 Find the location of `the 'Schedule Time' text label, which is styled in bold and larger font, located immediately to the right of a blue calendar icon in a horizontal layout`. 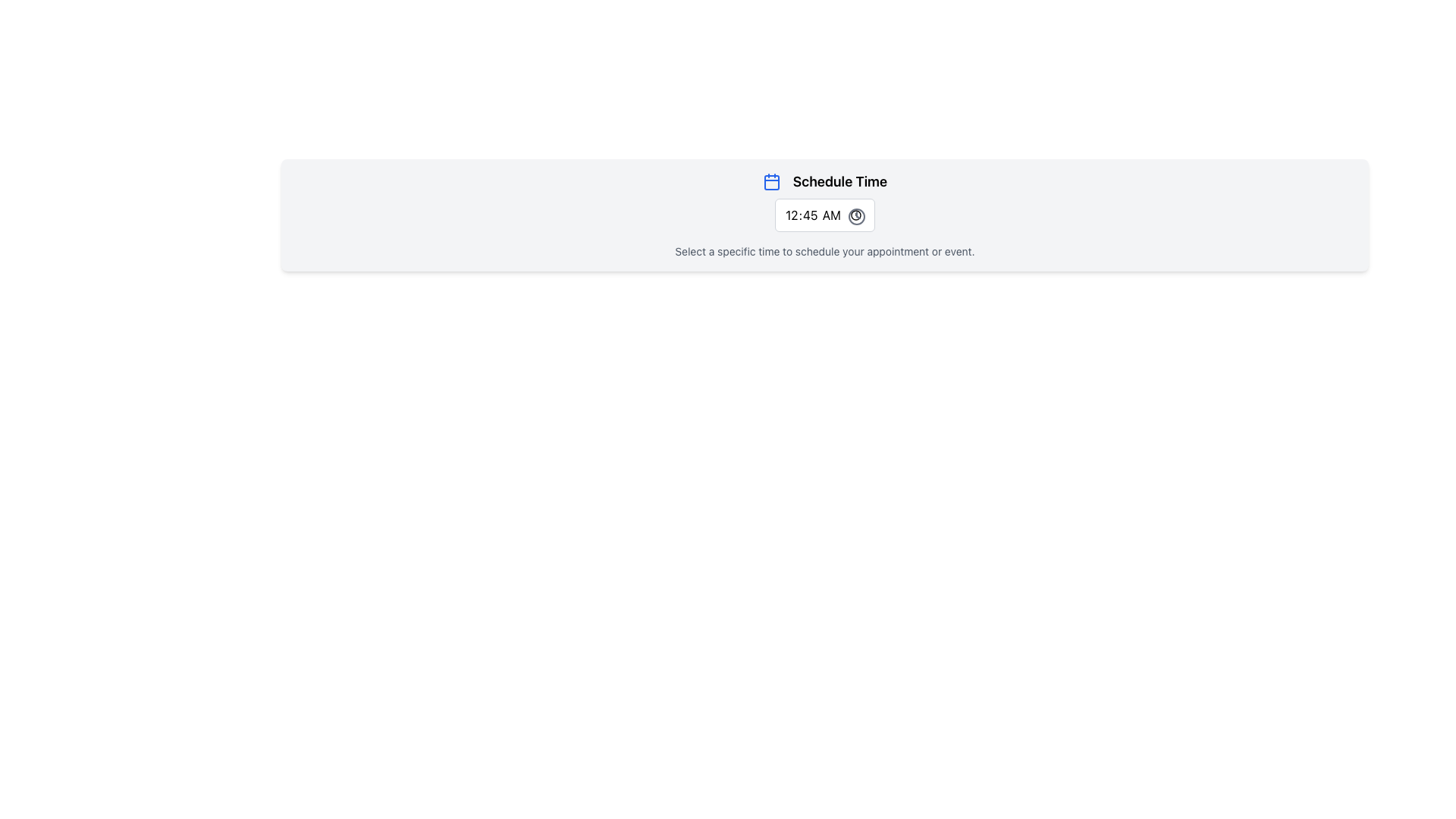

the 'Schedule Time' text label, which is styled in bold and larger font, located immediately to the right of a blue calendar icon in a horizontal layout is located at coordinates (839, 180).